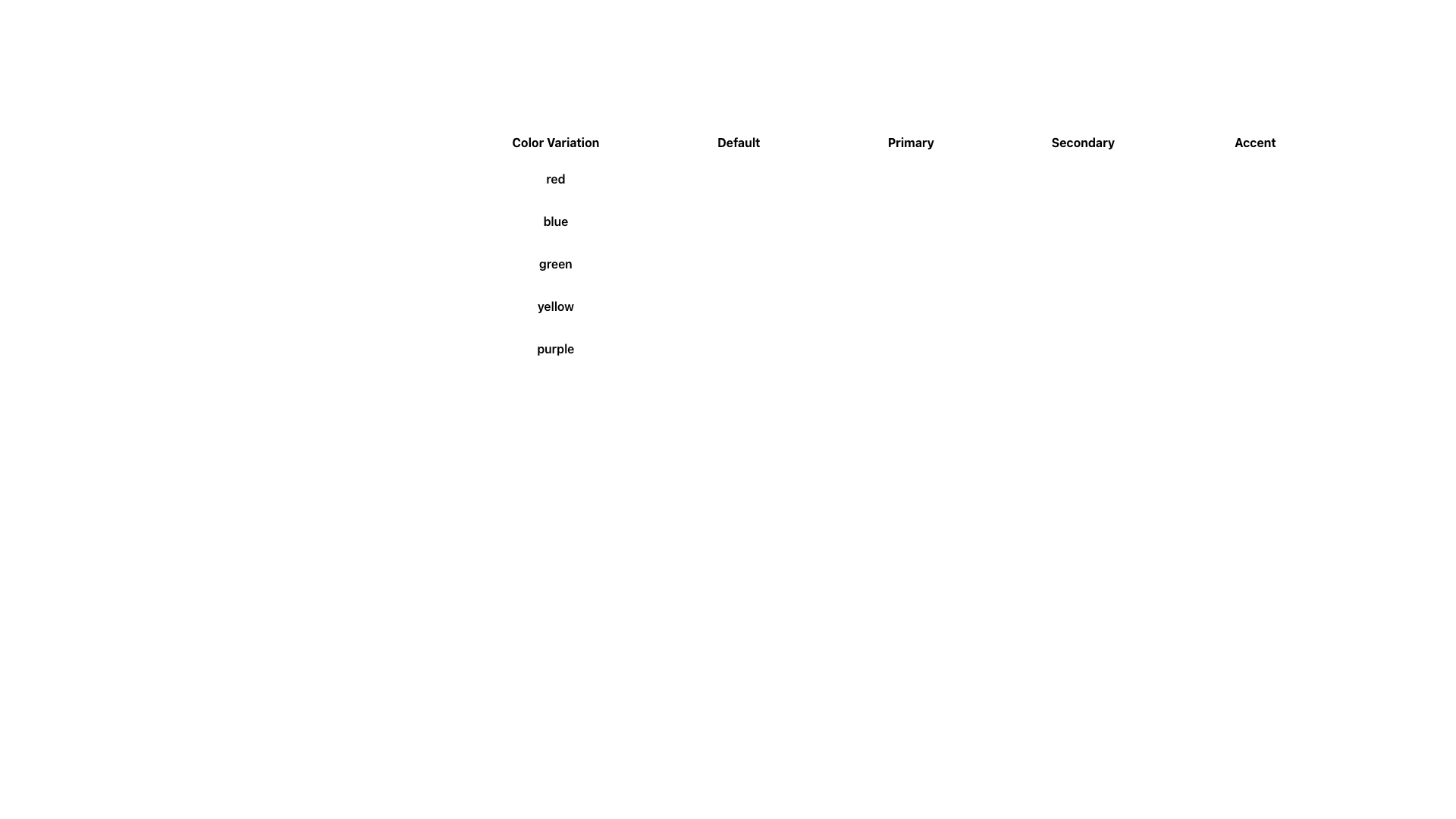 The height and width of the screenshot is (819, 1456). What do you see at coordinates (910, 143) in the screenshot?
I see `the 'Primary' text label which indicates a state or category, located in the third position among five horizontal labels` at bounding box center [910, 143].